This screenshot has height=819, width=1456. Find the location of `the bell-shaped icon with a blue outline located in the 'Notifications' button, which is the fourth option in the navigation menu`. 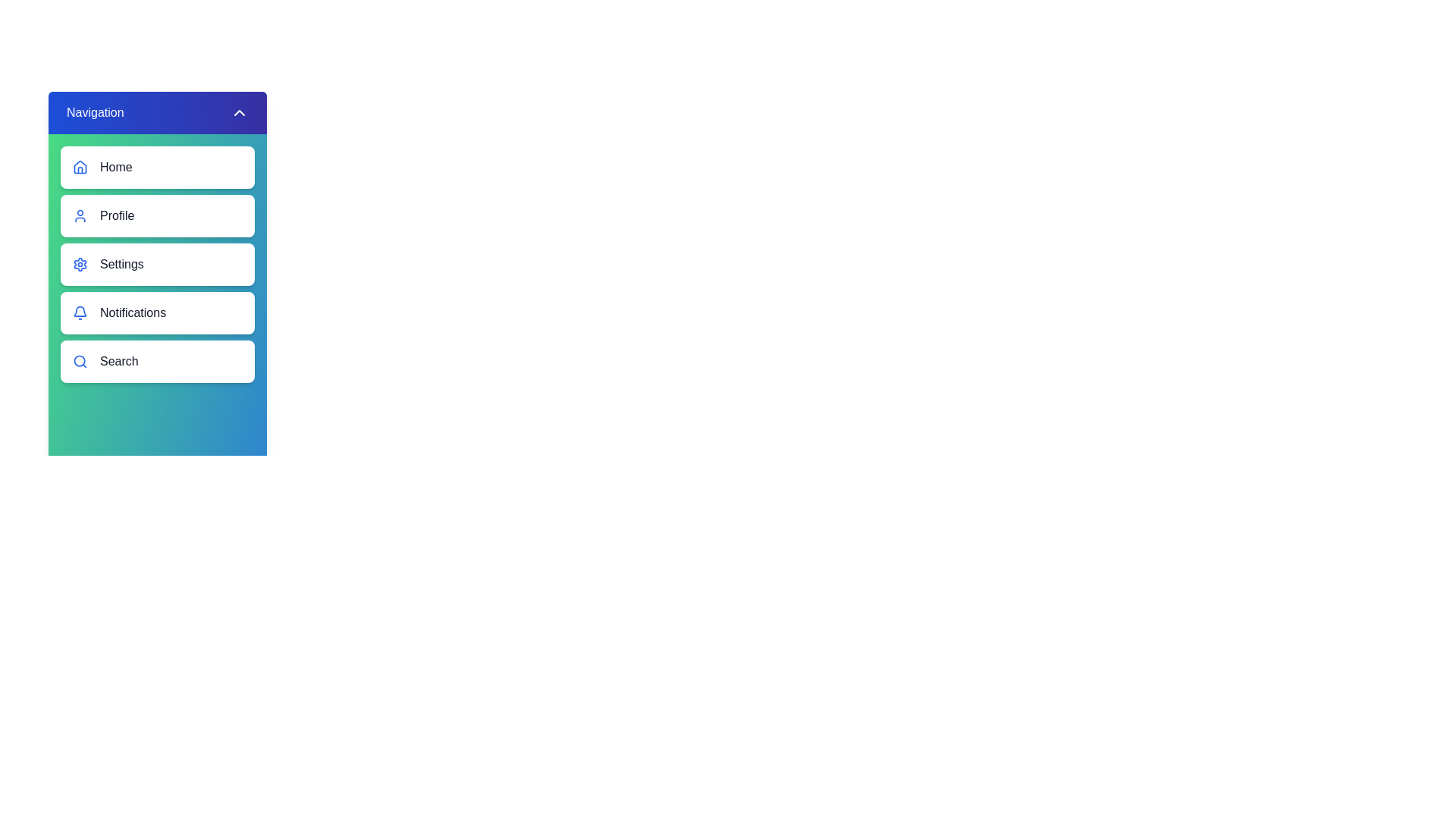

the bell-shaped icon with a blue outline located in the 'Notifications' button, which is the fourth option in the navigation menu is located at coordinates (79, 310).